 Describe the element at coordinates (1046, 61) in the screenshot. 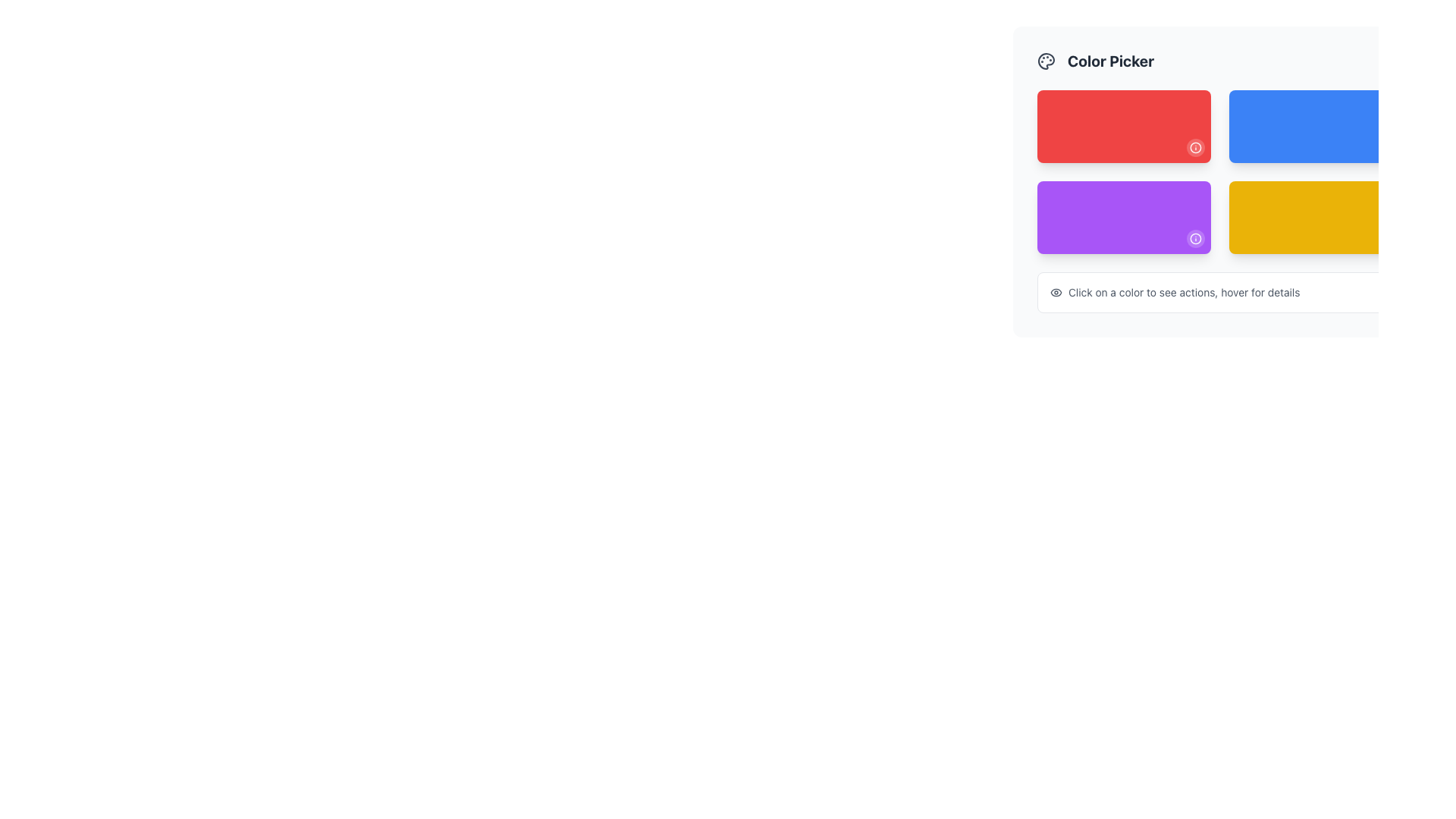

I see `the color selection icon located to the left of the 'Color Picker' text at the top-left corner of the interface` at that location.